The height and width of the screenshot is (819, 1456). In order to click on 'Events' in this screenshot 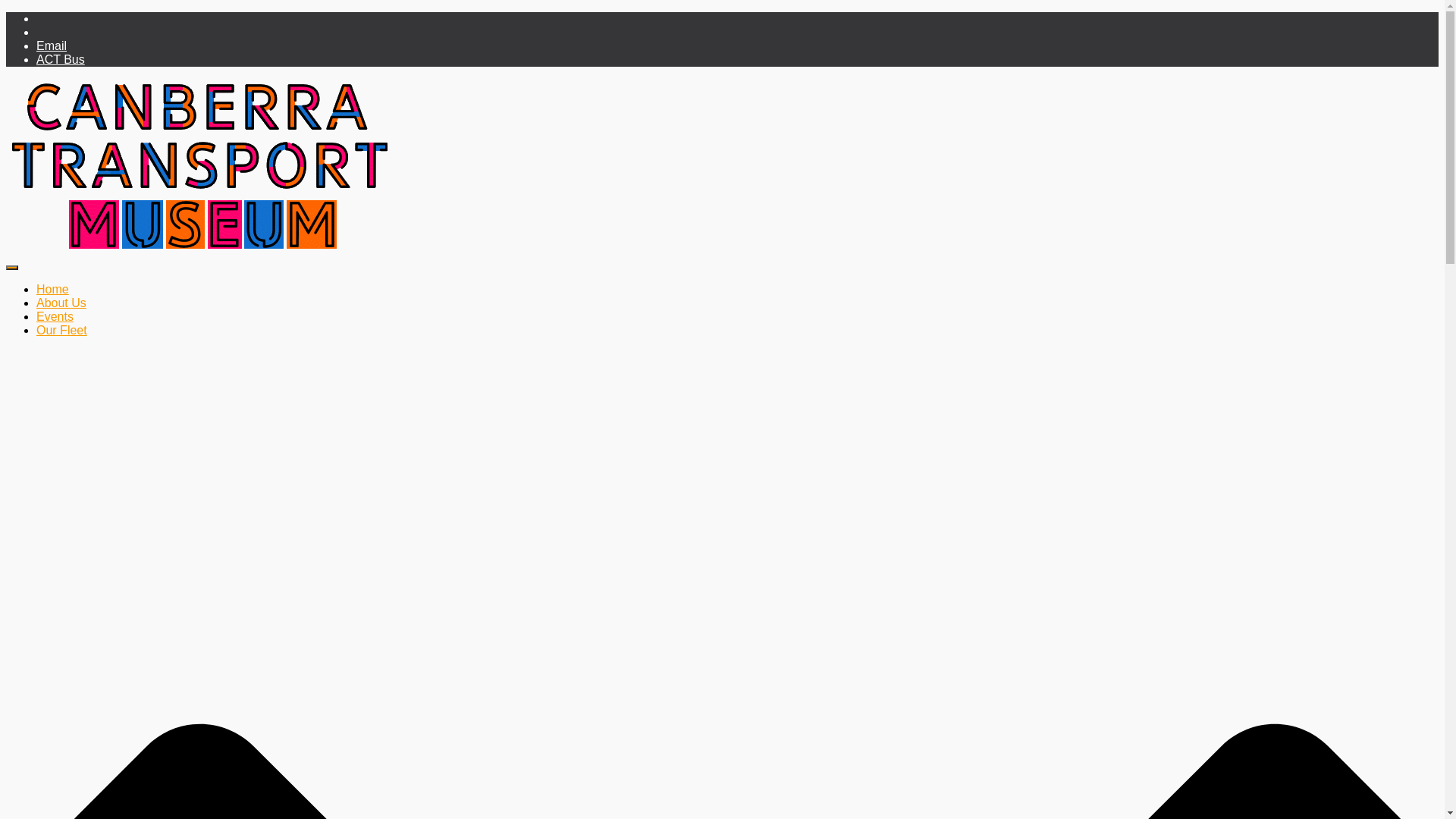, I will do `click(36, 315)`.